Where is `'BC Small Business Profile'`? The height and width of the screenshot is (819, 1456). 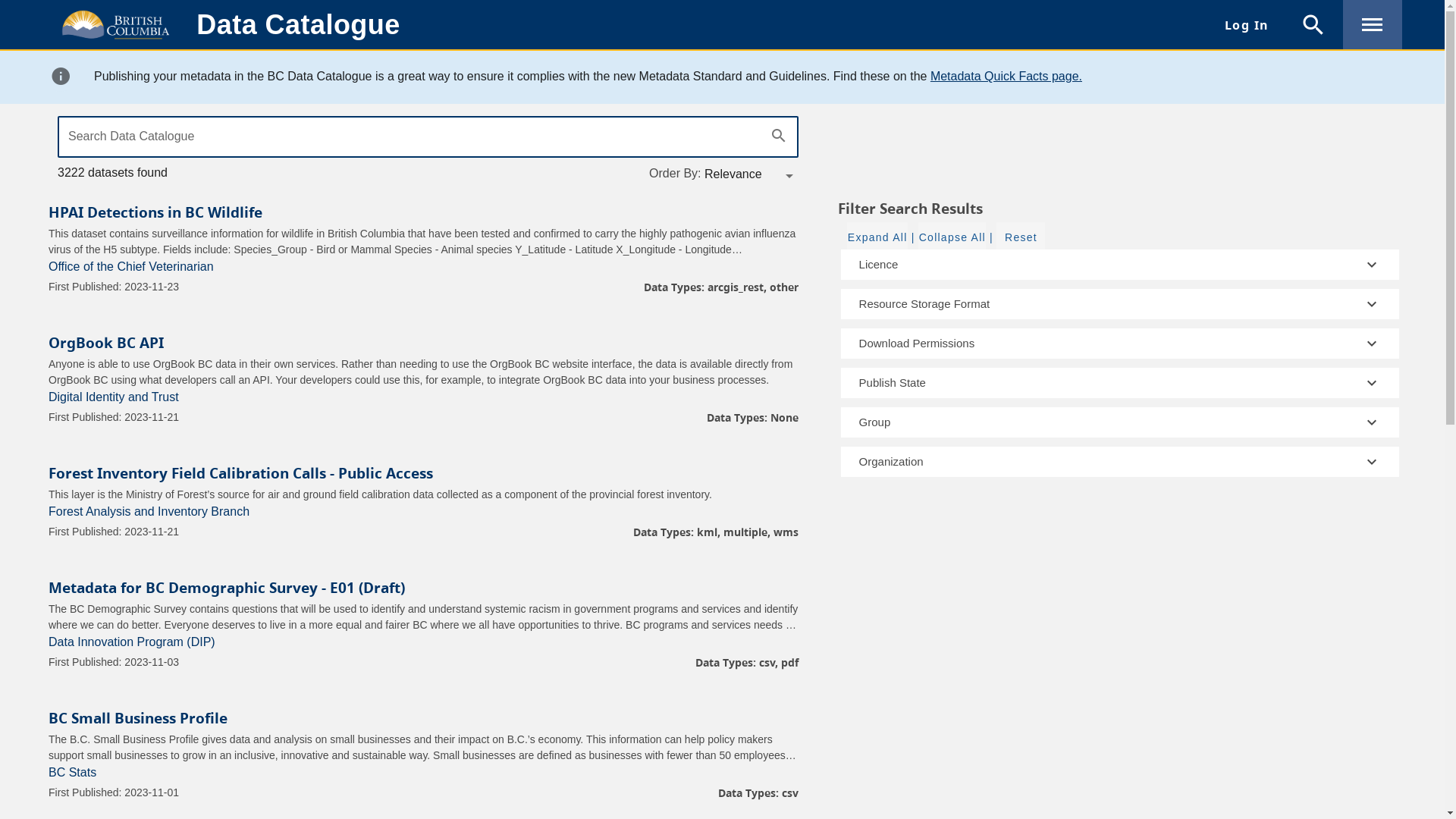
'BC Small Business Profile' is located at coordinates (138, 717).